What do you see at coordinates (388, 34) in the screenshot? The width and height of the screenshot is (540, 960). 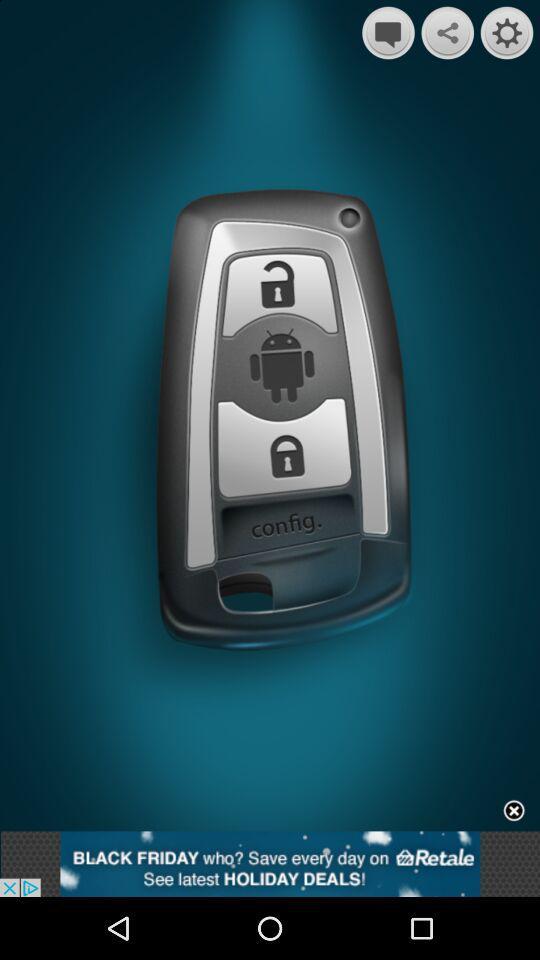 I see `the chat icon` at bounding box center [388, 34].